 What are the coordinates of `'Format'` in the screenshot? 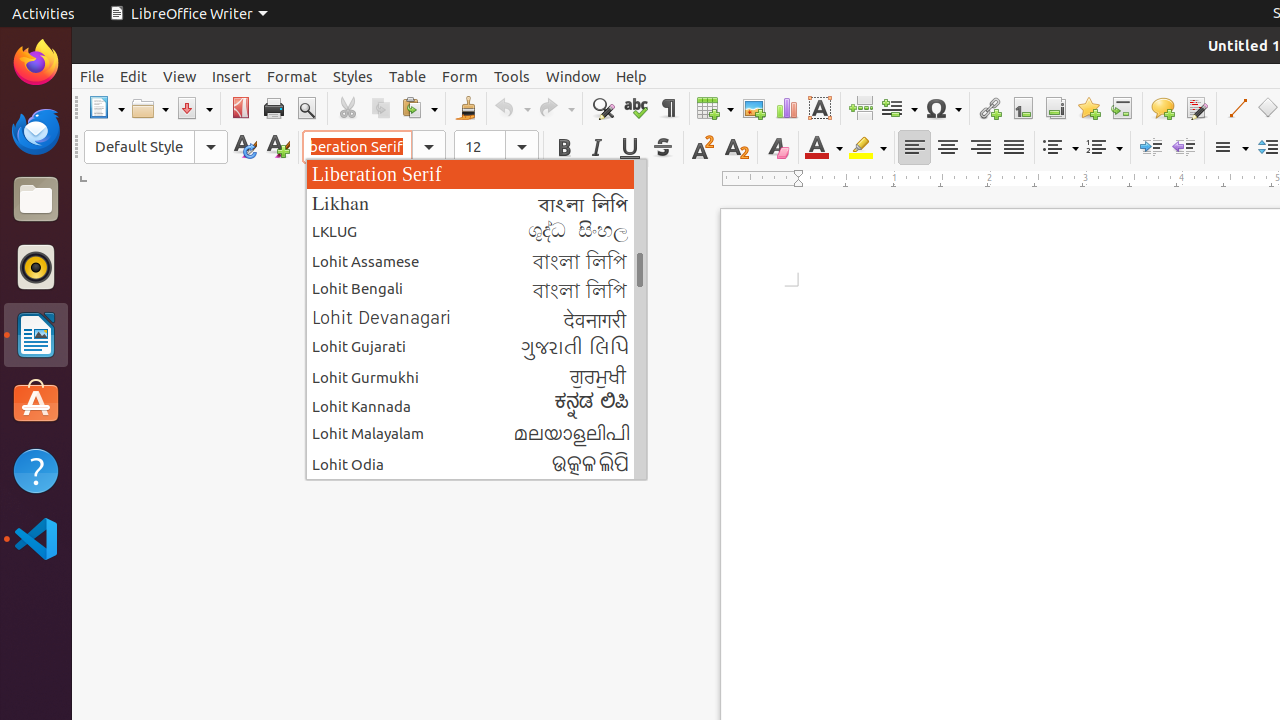 It's located at (290, 75).